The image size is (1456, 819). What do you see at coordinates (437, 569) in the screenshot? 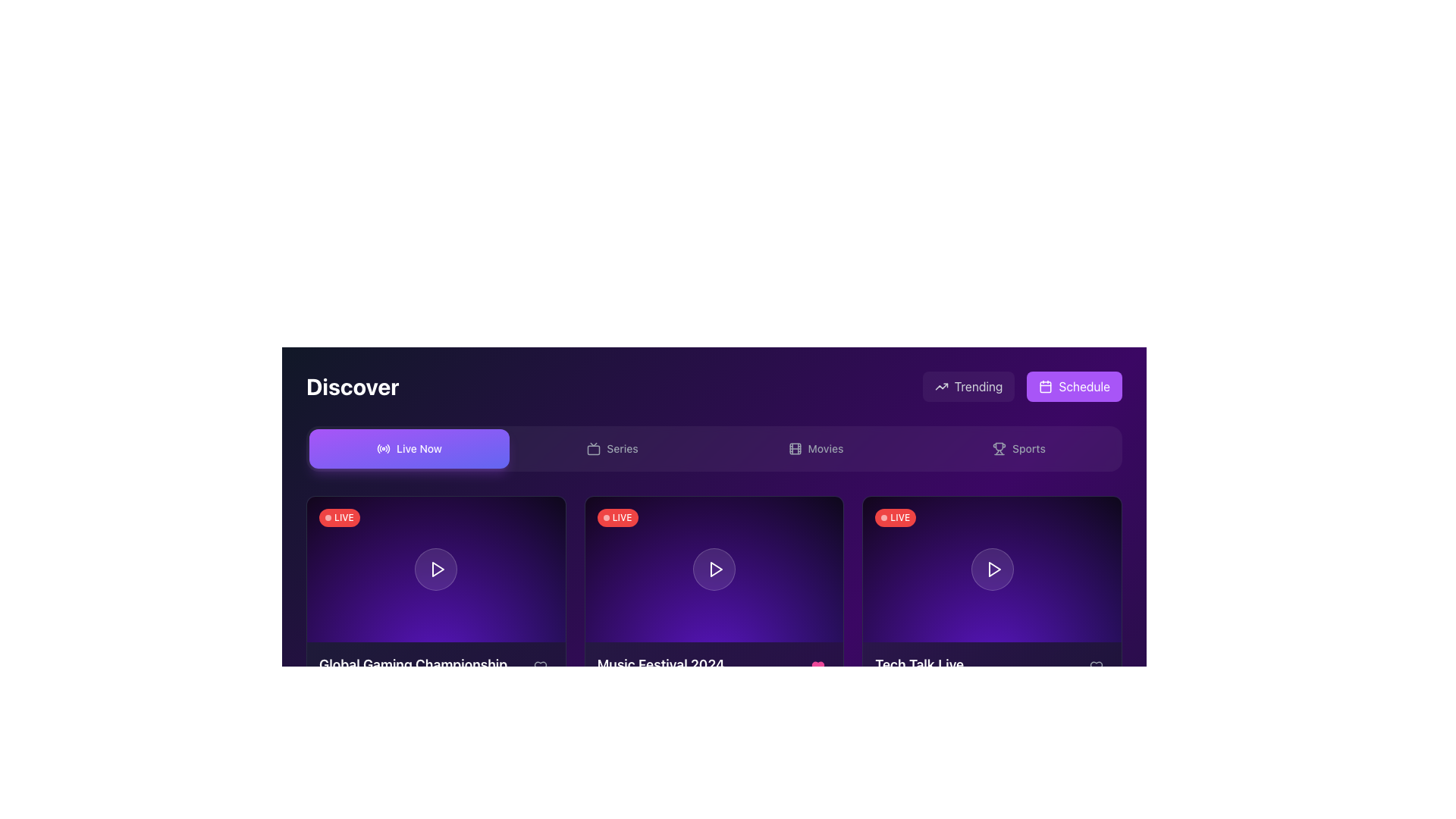
I see `the play button icon` at bounding box center [437, 569].